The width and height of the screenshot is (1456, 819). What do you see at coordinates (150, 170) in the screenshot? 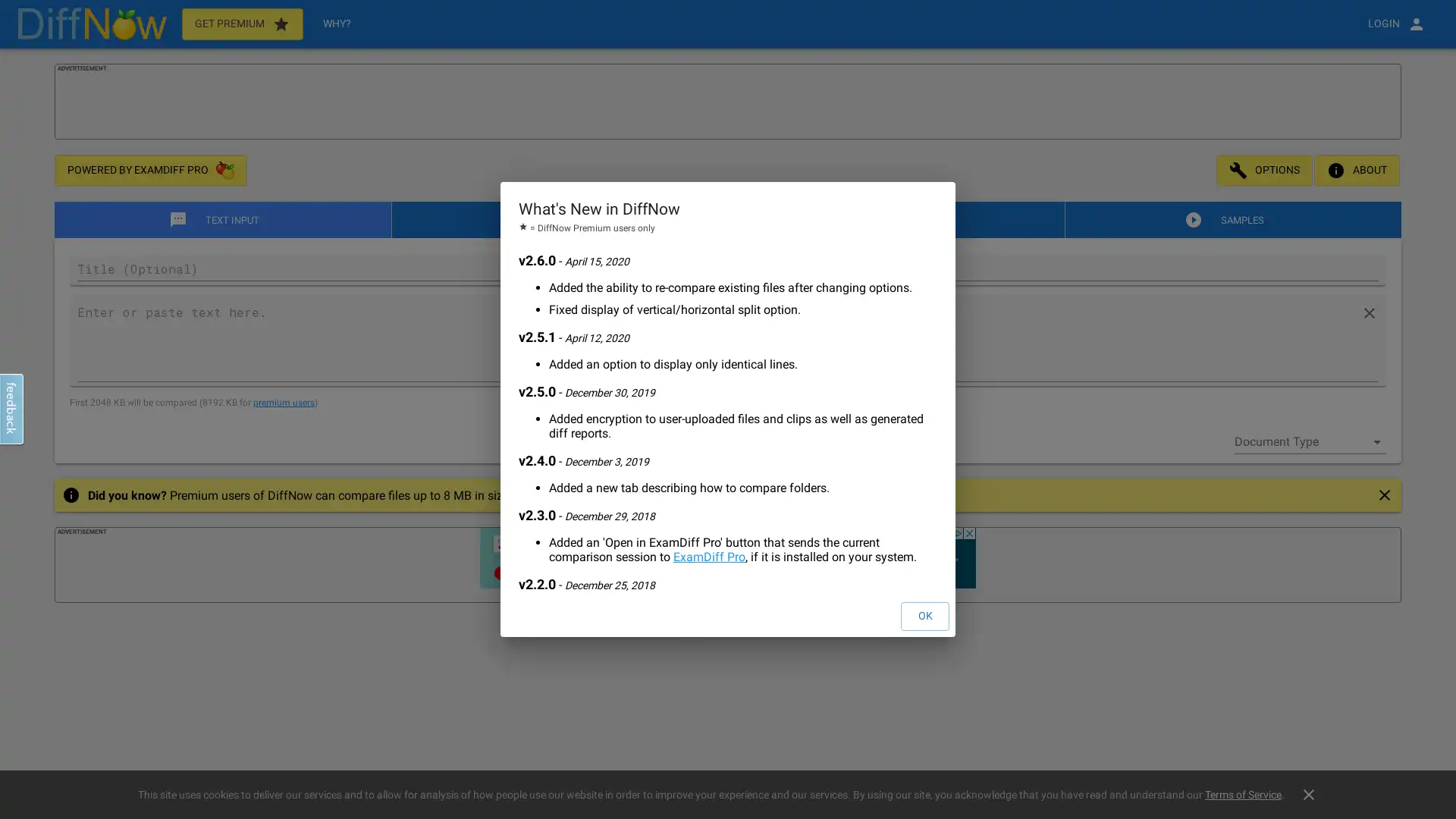
I see `POWERED BY EXAMDIFF PRO ExamDiff Pro` at bounding box center [150, 170].